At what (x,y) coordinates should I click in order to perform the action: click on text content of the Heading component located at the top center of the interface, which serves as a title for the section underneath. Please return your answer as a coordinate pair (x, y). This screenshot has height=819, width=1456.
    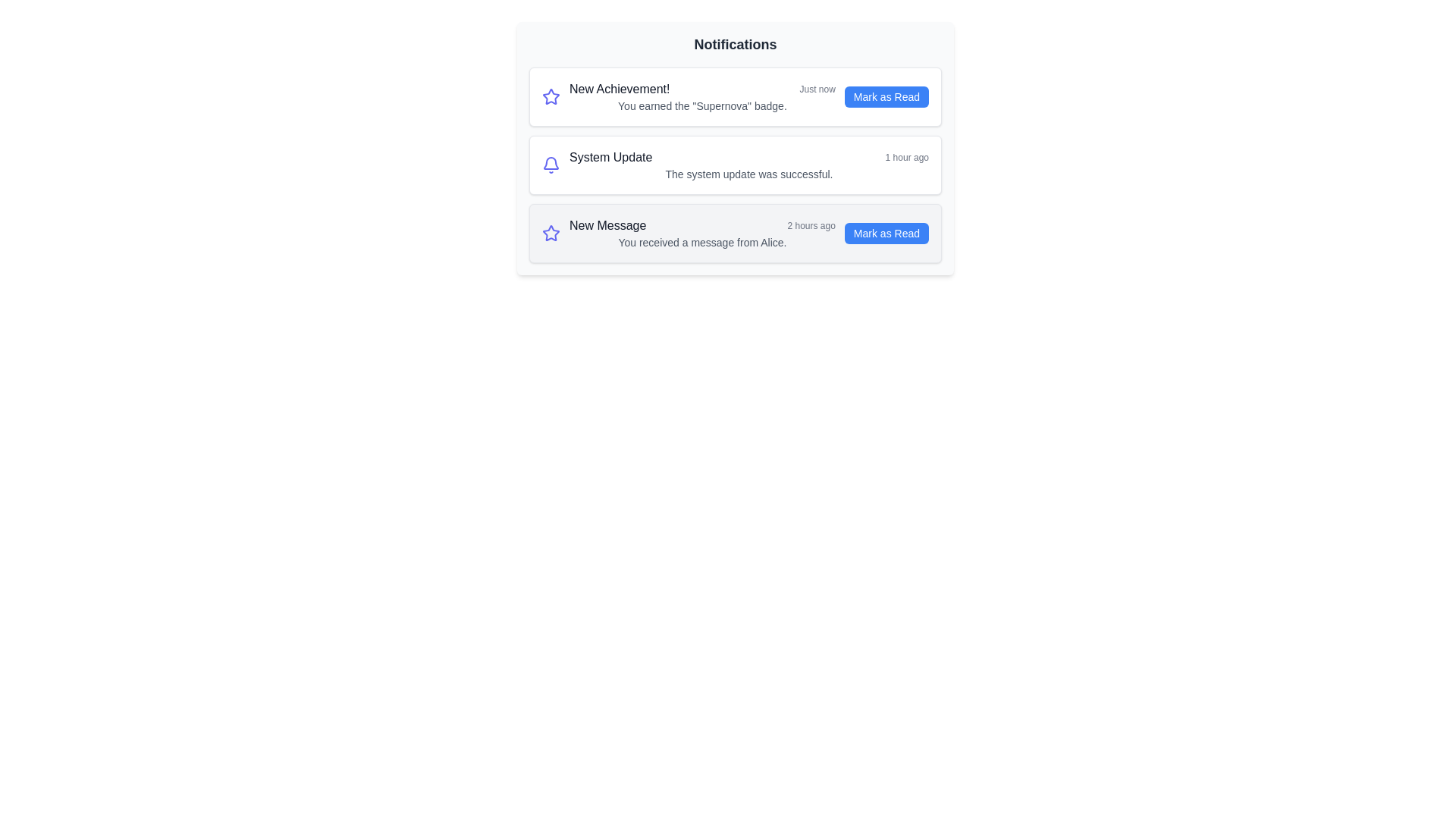
    Looking at the image, I should click on (735, 43).